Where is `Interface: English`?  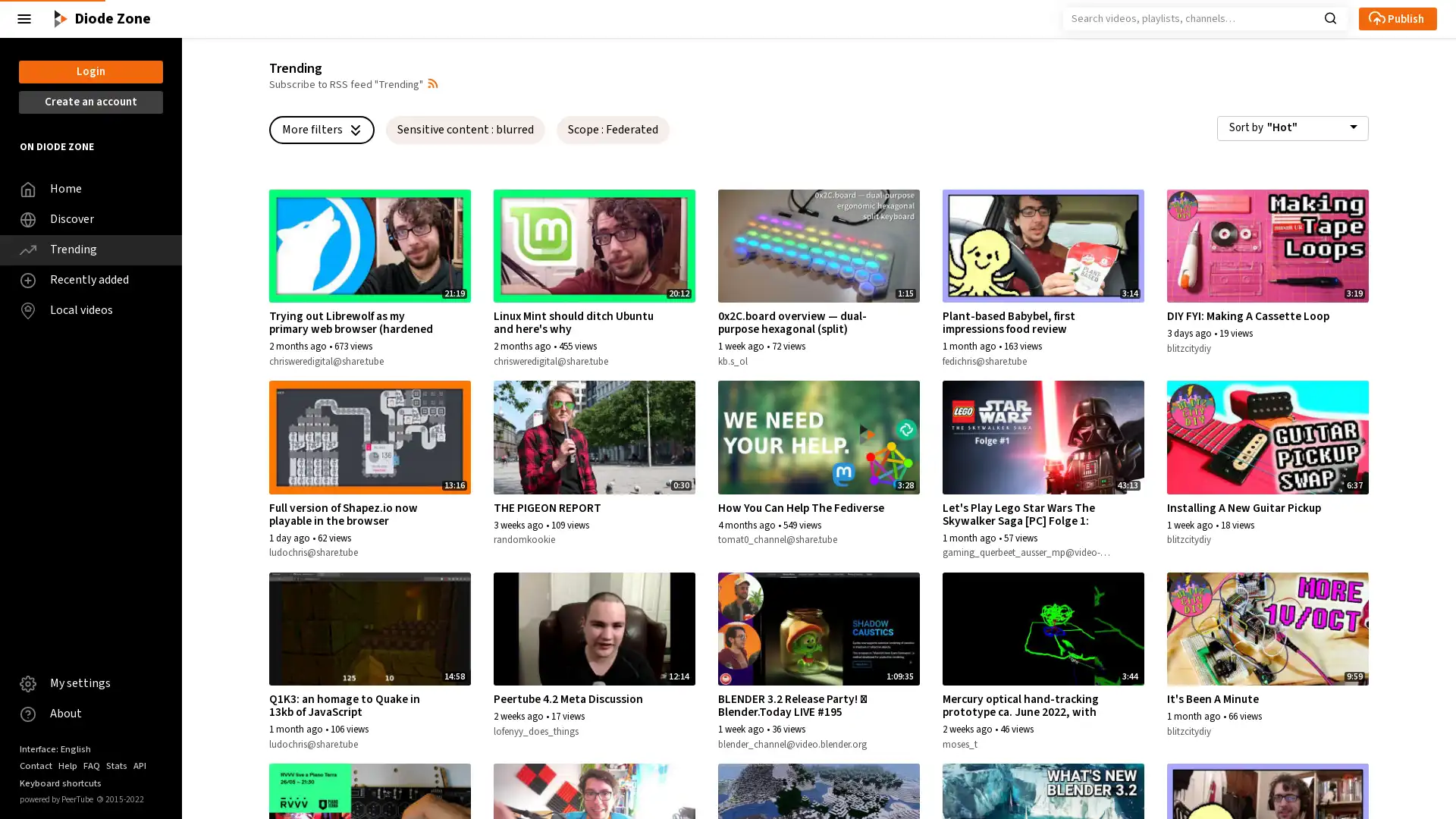
Interface: English is located at coordinates (55, 748).